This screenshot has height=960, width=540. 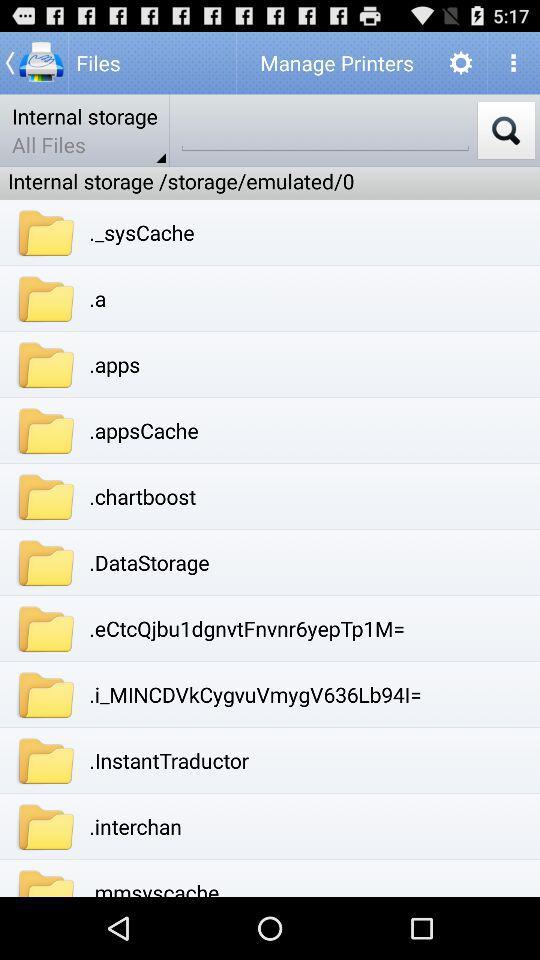 I want to click on search option, so click(x=325, y=129).